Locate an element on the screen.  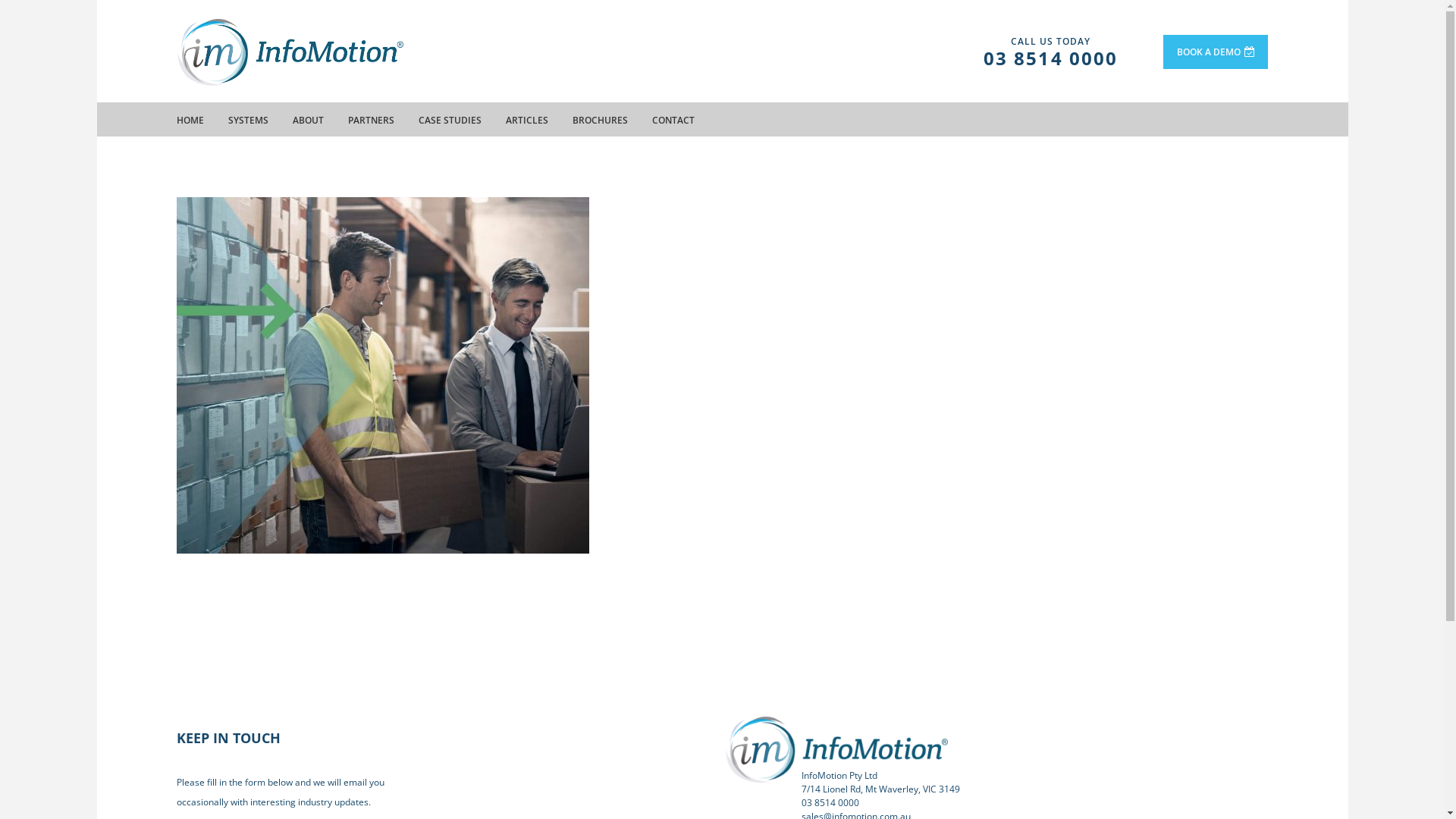
'BOOK A DEMO' is located at coordinates (1216, 51).